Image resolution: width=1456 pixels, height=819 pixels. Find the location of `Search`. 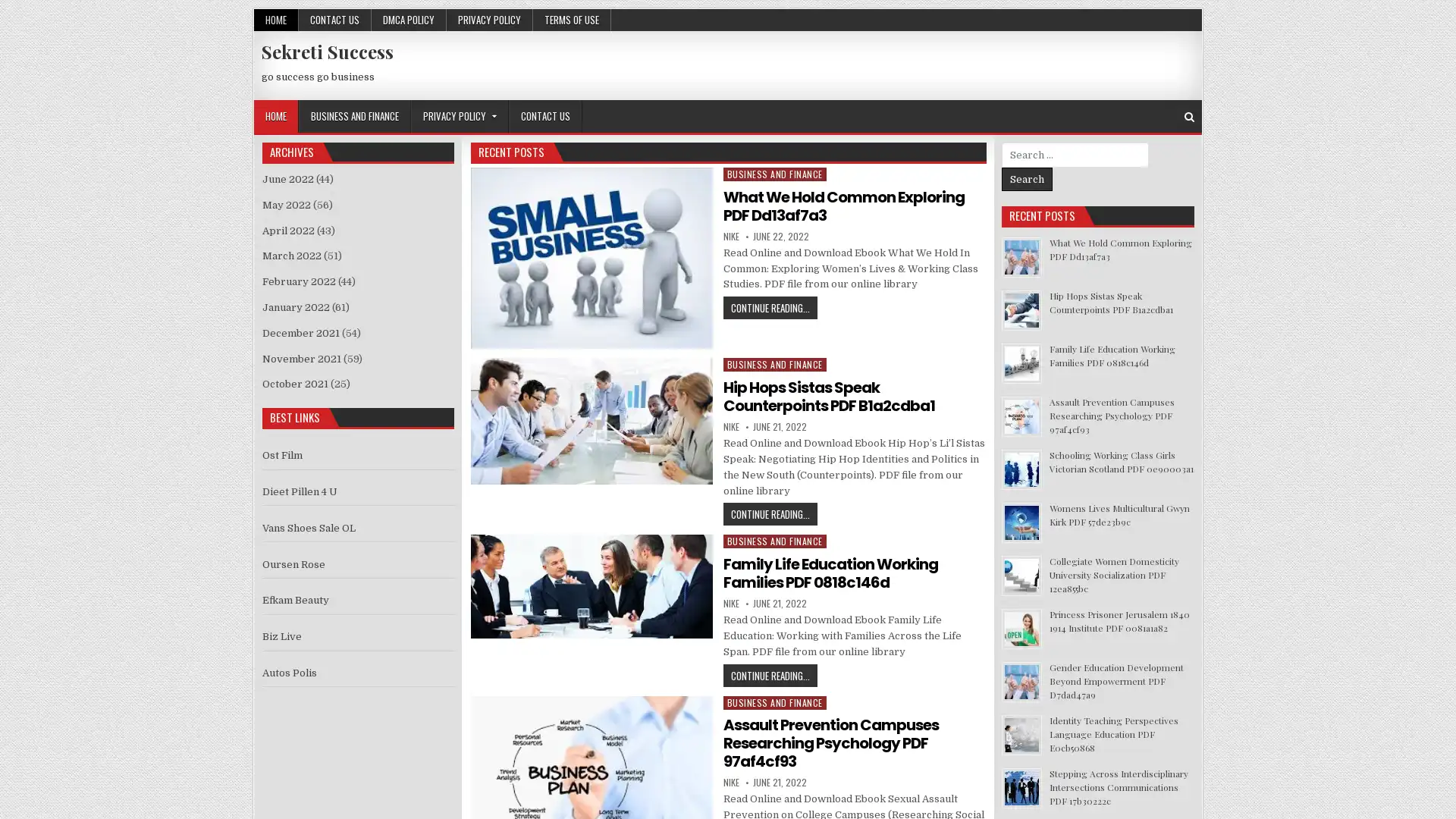

Search is located at coordinates (1027, 178).